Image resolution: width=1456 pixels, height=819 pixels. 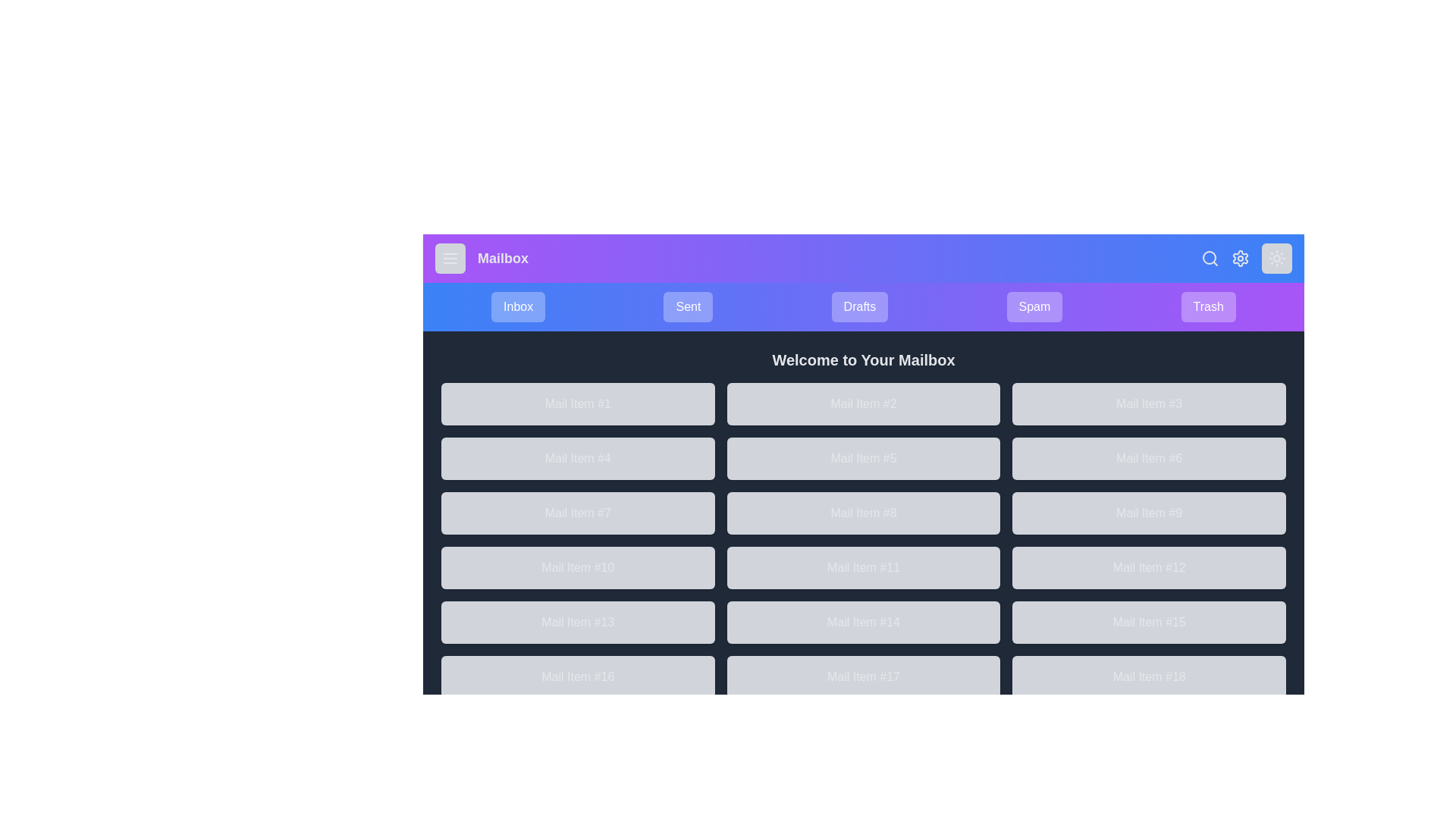 I want to click on the navigation or action element Settings, so click(x=1241, y=257).